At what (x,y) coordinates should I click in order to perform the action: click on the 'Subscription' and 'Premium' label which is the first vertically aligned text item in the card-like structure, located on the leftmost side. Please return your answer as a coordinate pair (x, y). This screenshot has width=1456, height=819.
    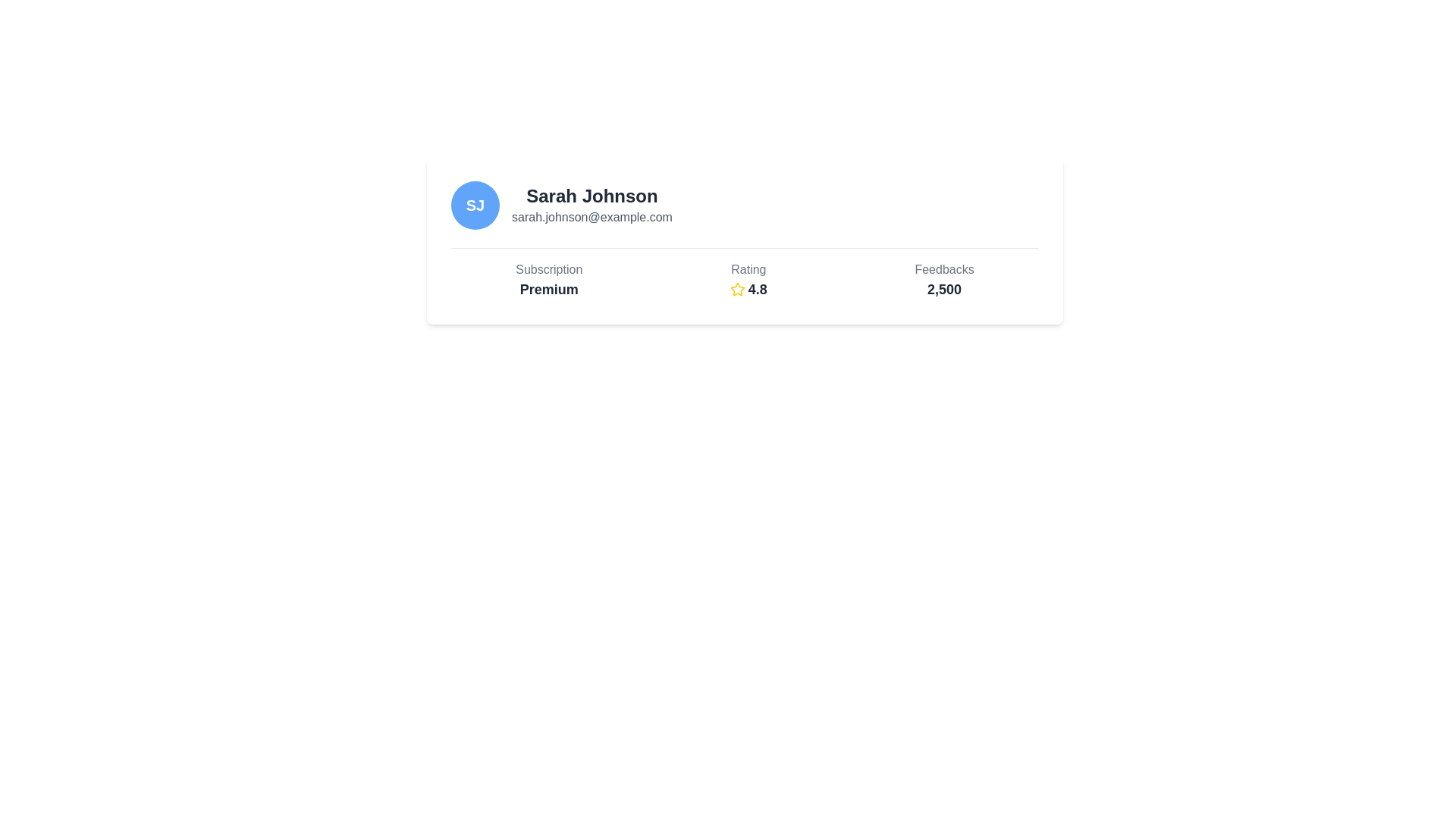
    Looking at the image, I should click on (548, 281).